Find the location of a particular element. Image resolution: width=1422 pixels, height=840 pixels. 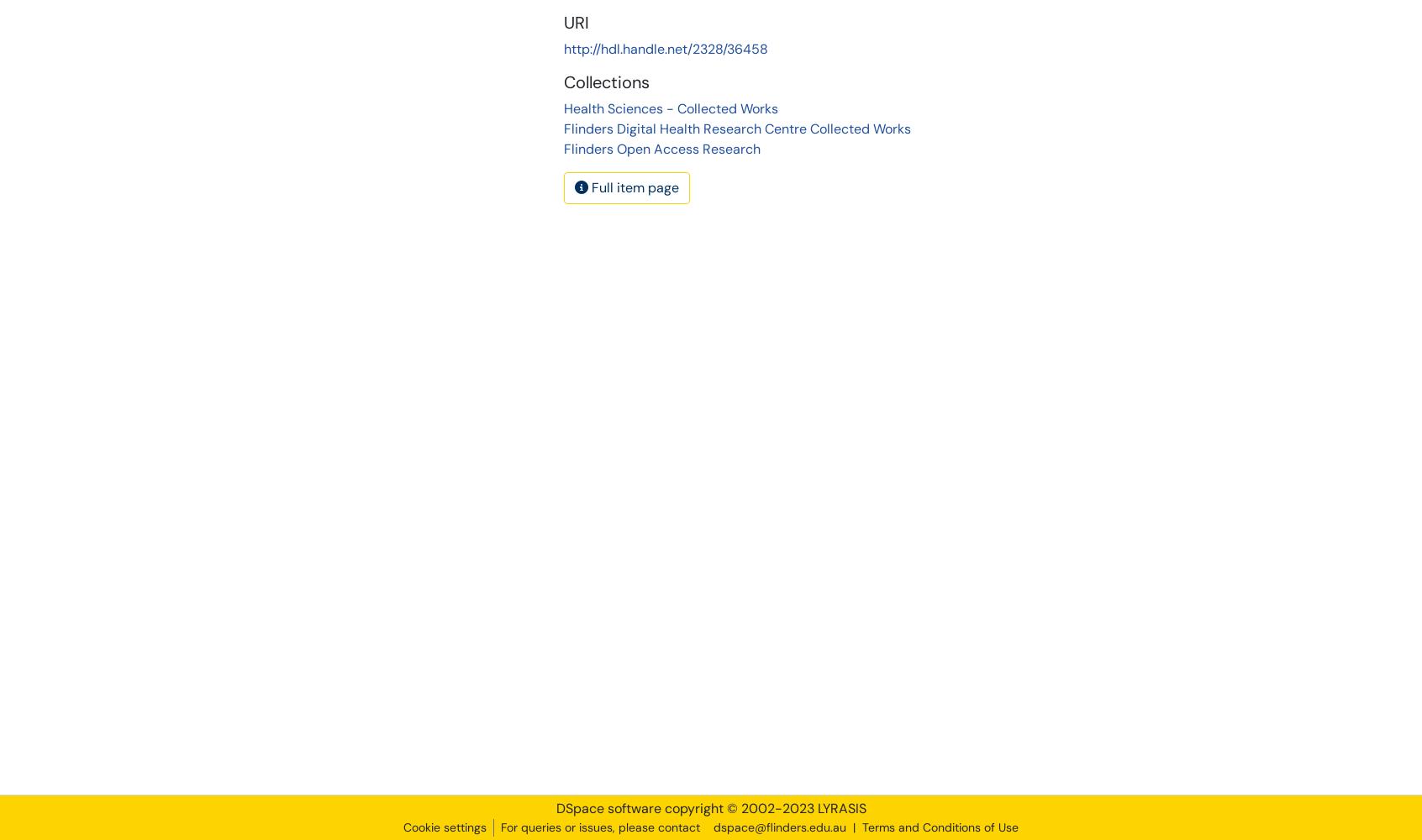

'LYRASIS' is located at coordinates (840, 807).